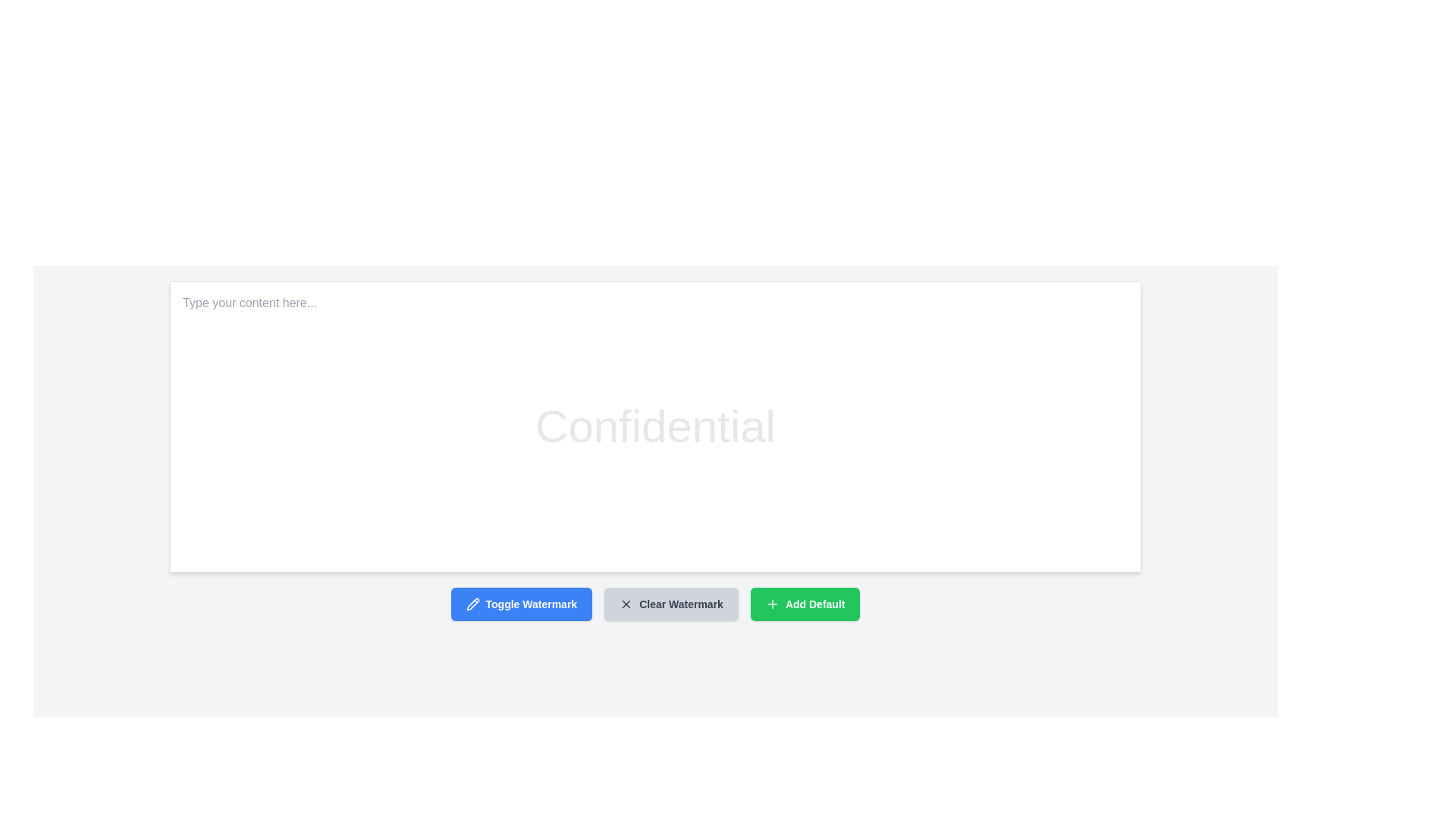 The height and width of the screenshot is (819, 1456). I want to click on the 'Clear Watermark' button, so click(670, 604).